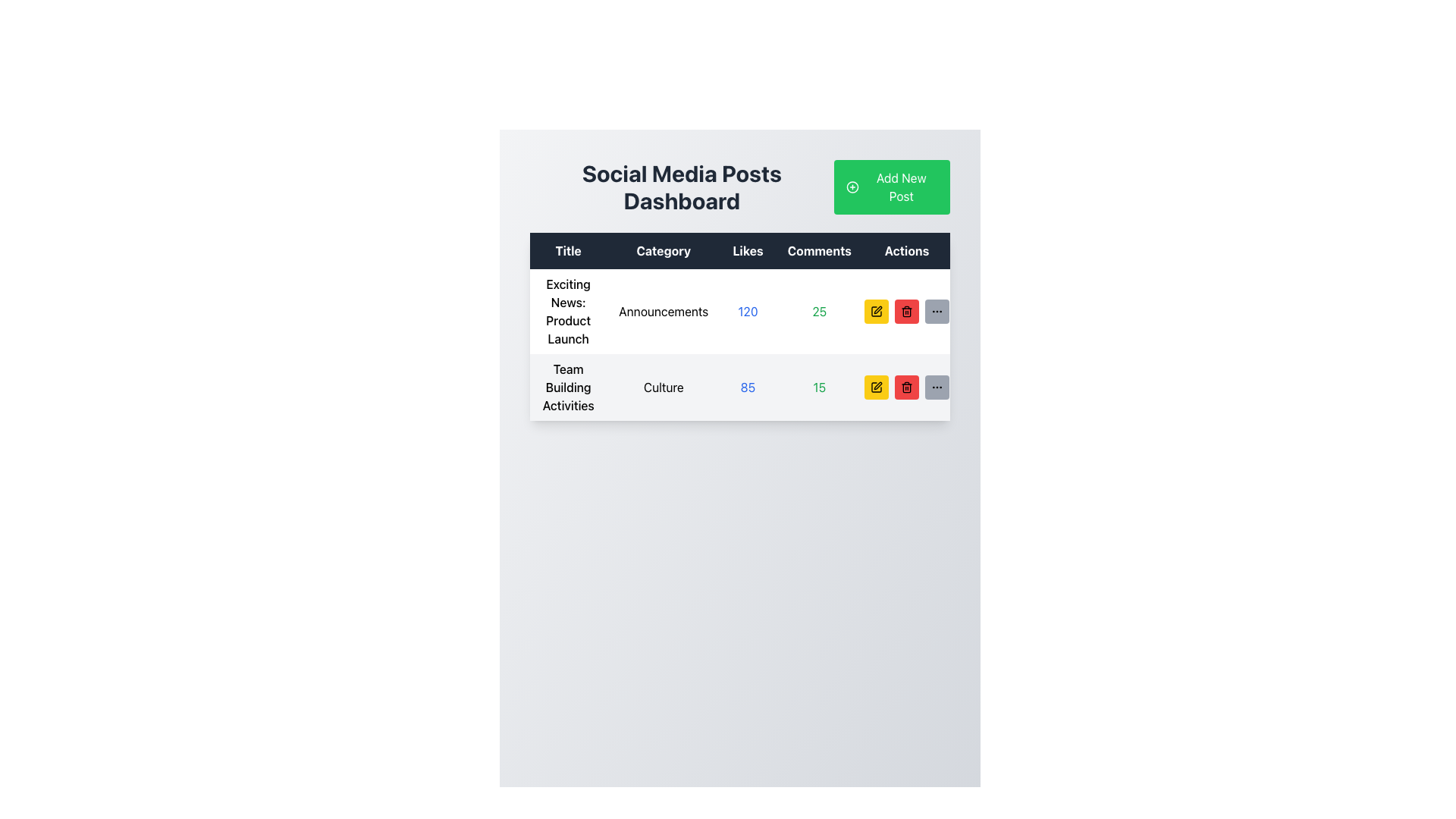  Describe the element at coordinates (739, 345) in the screenshot. I see `the first data row in the 'Social Media Posts Dashboard' table, which displays information about the post titled 'Exciting News: Product Launch'` at that location.